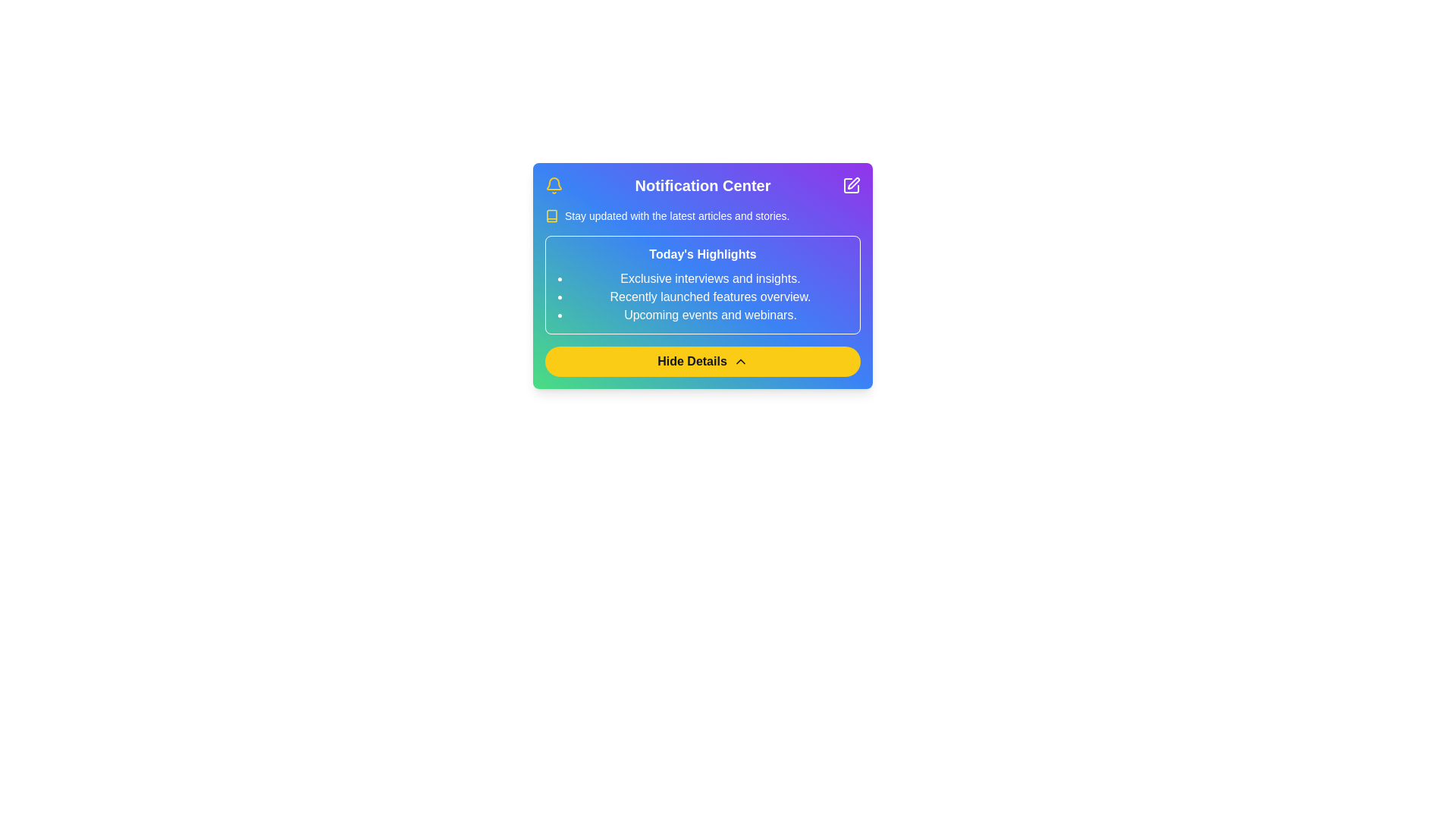  I want to click on contents of the bulleted list located in the 'Today's Highlights' section, which includes 'Exclusive interviews and insights.', 'Recently launched features overview.', and 'Upcoming events and webinars.', so click(701, 297).